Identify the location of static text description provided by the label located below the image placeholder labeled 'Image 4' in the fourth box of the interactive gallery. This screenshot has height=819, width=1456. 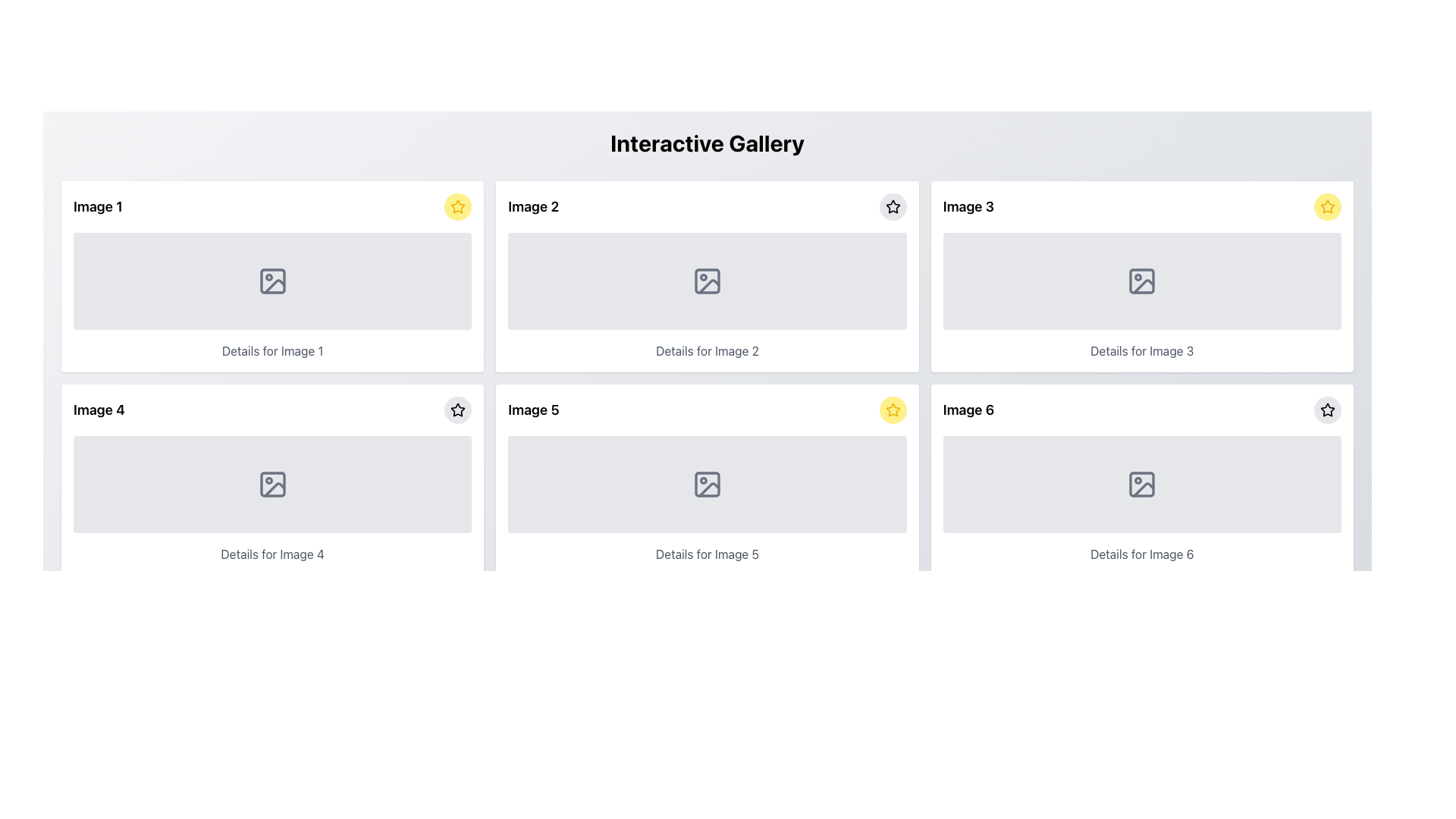
(272, 554).